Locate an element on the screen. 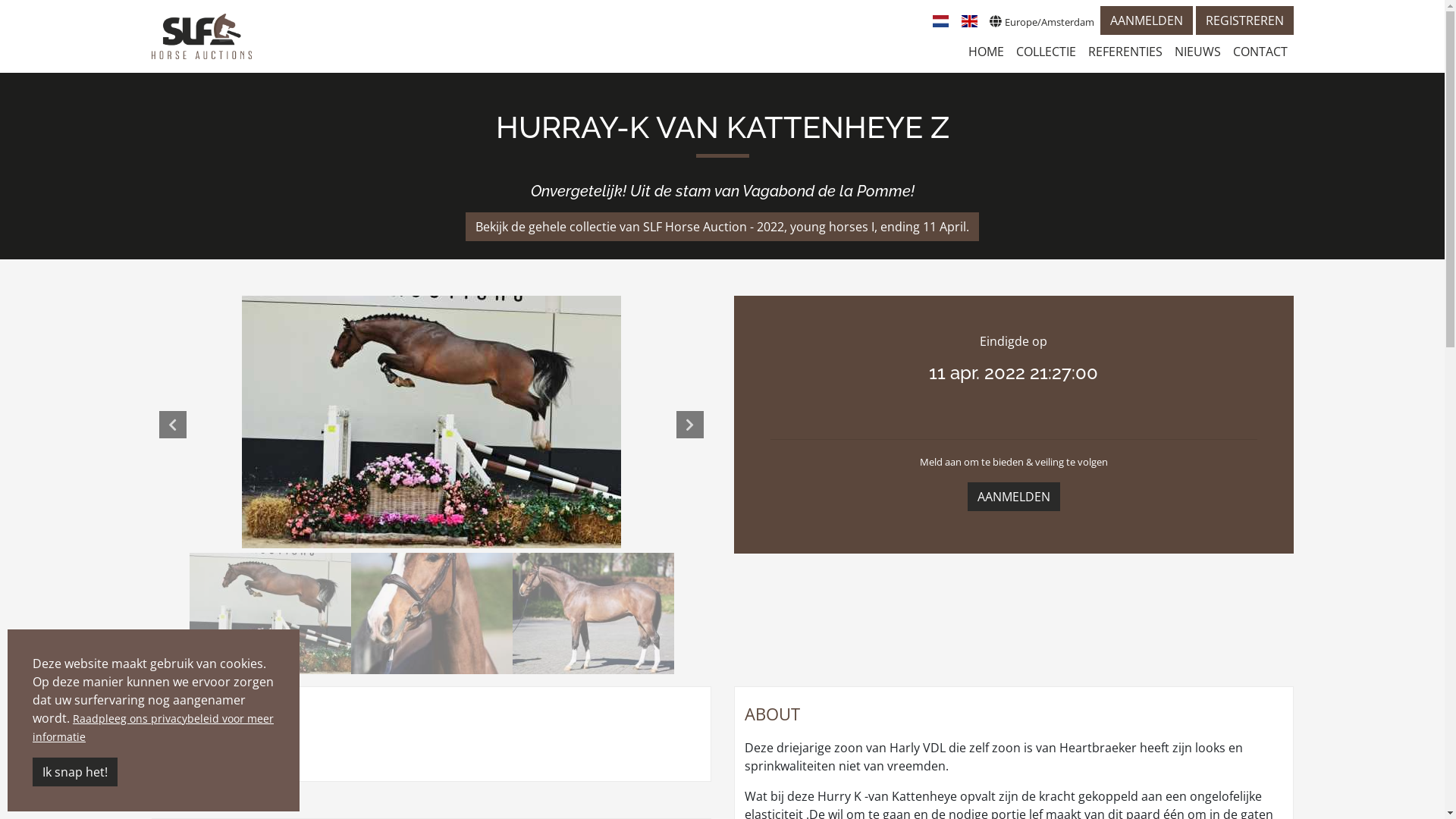  'REGISTREREN' is located at coordinates (1244, 20).